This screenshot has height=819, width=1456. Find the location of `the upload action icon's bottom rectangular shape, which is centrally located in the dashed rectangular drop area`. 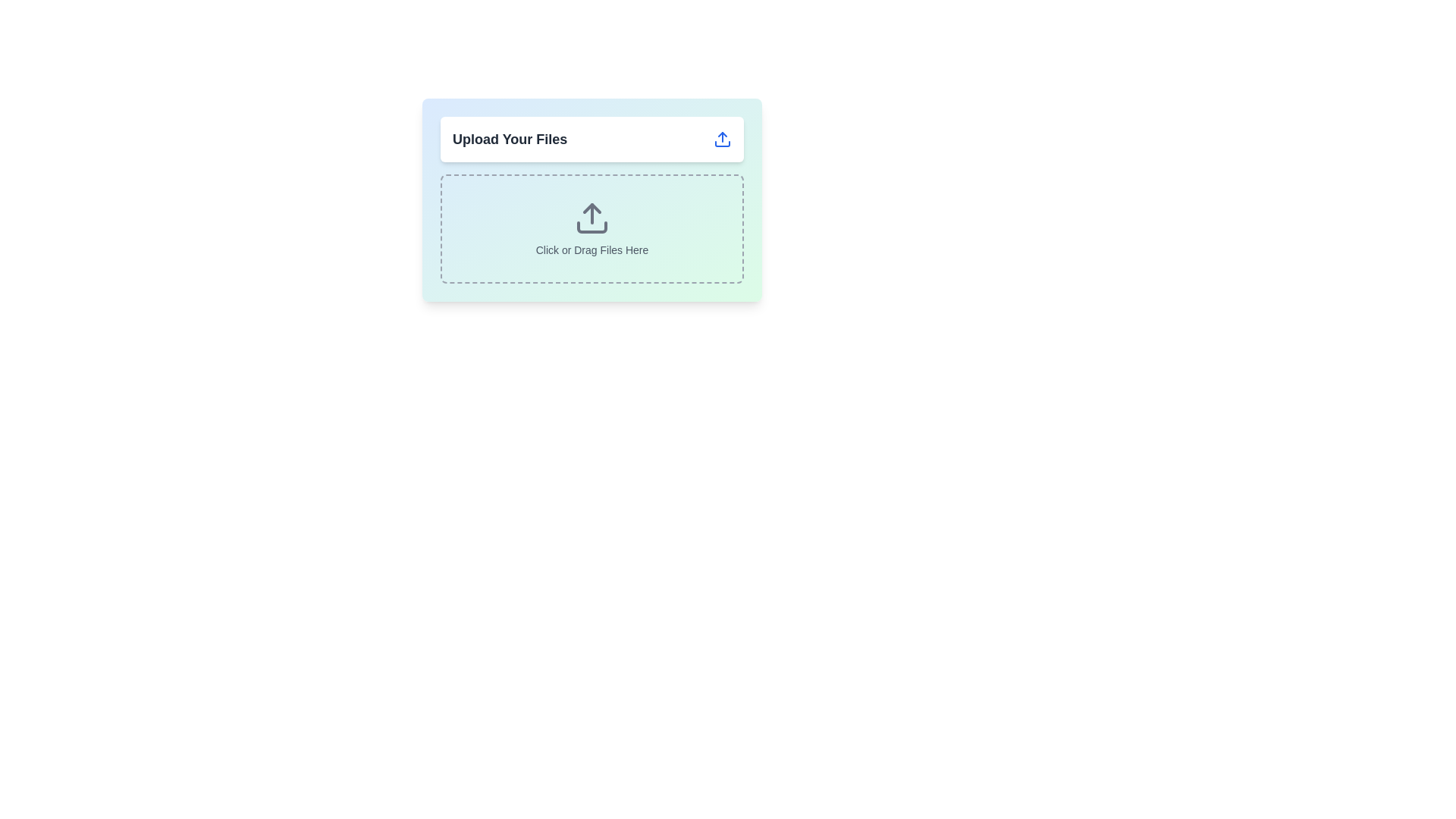

the upload action icon's bottom rectangular shape, which is centrally located in the dashed rectangular drop area is located at coordinates (591, 227).